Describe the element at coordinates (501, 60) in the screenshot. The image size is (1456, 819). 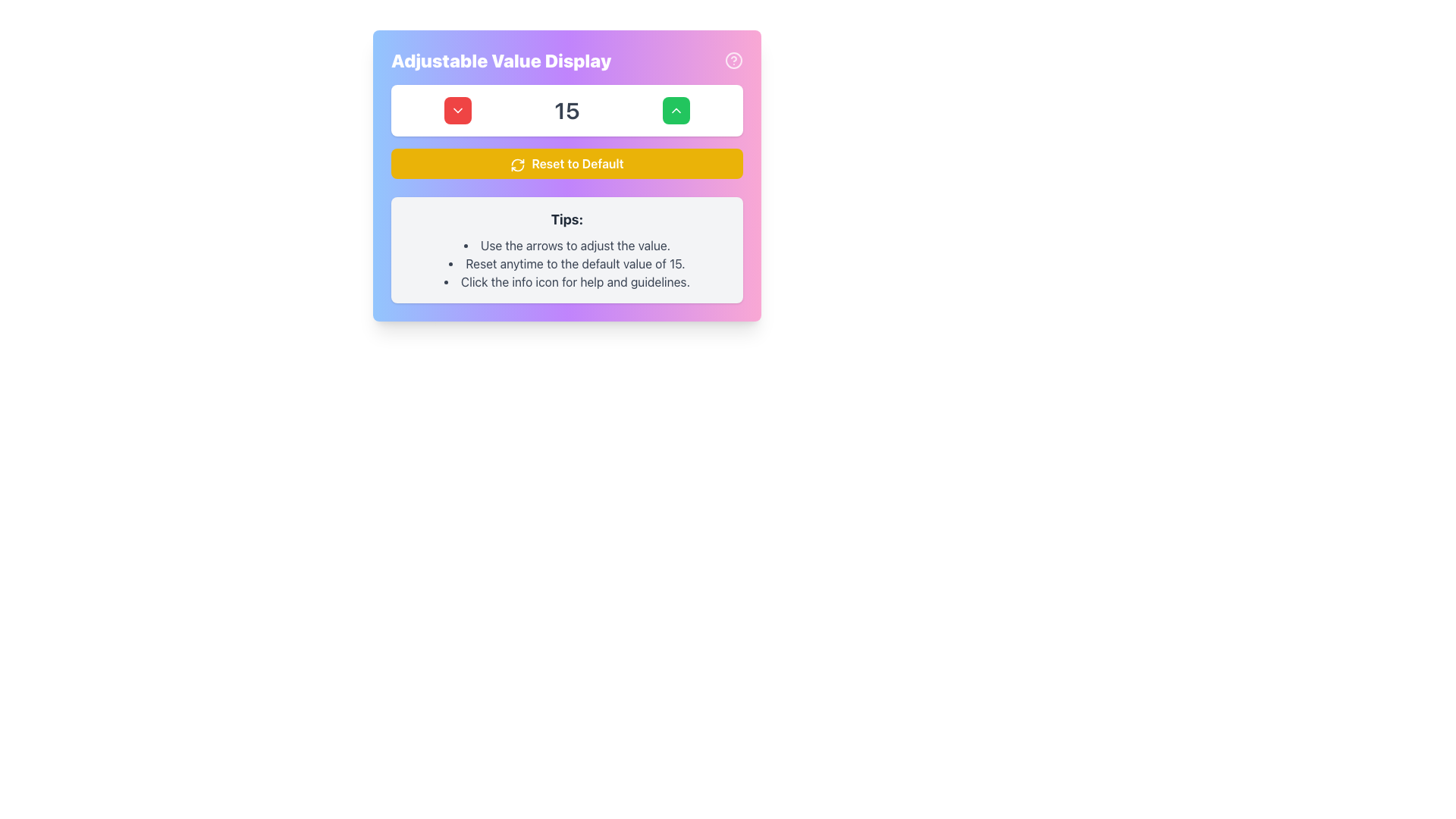
I see `the static text displaying 'Adjustable Value Display', which is styled in bold white font against a gradient background` at that location.